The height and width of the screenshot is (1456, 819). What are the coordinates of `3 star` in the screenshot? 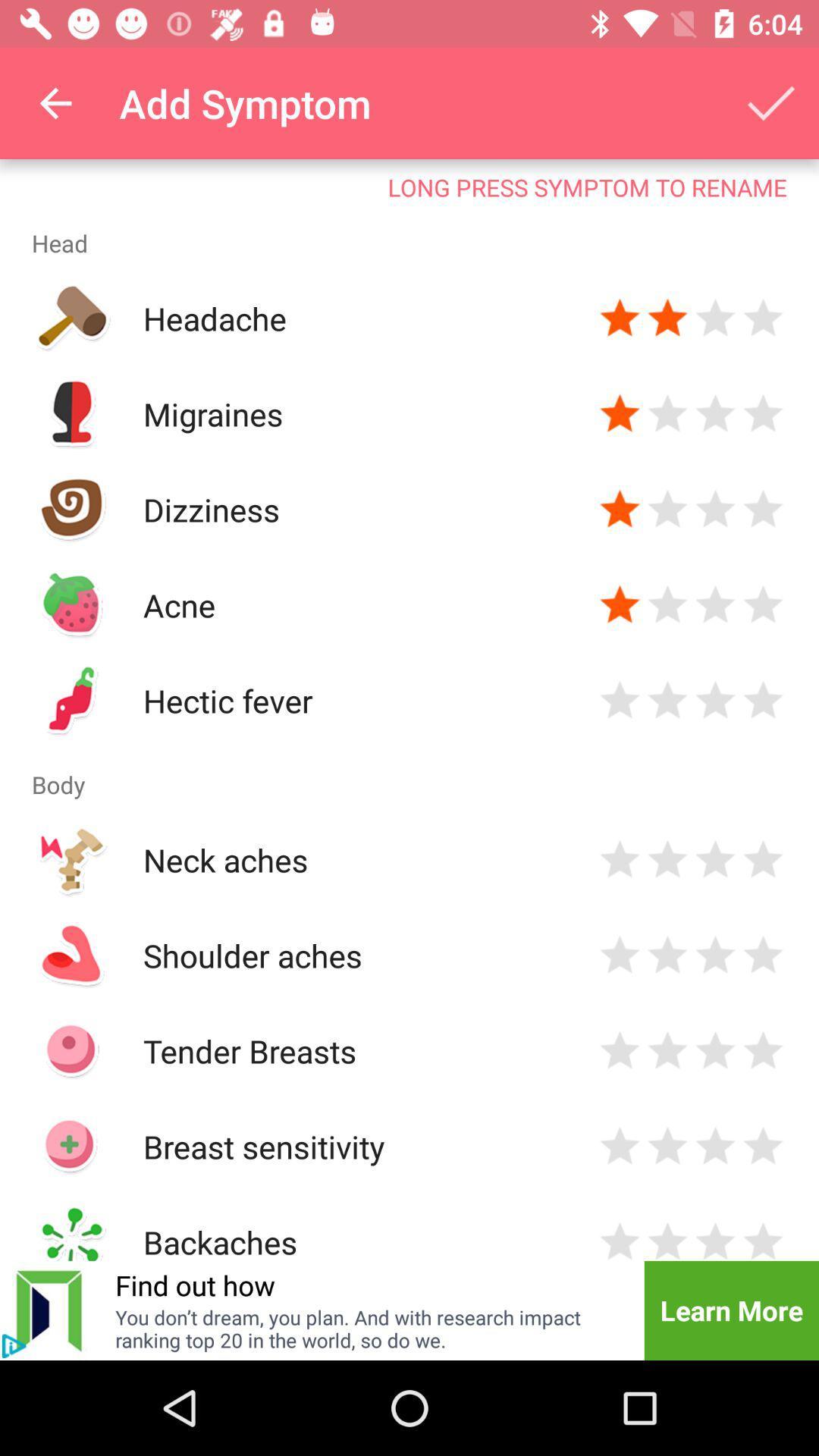 It's located at (715, 318).